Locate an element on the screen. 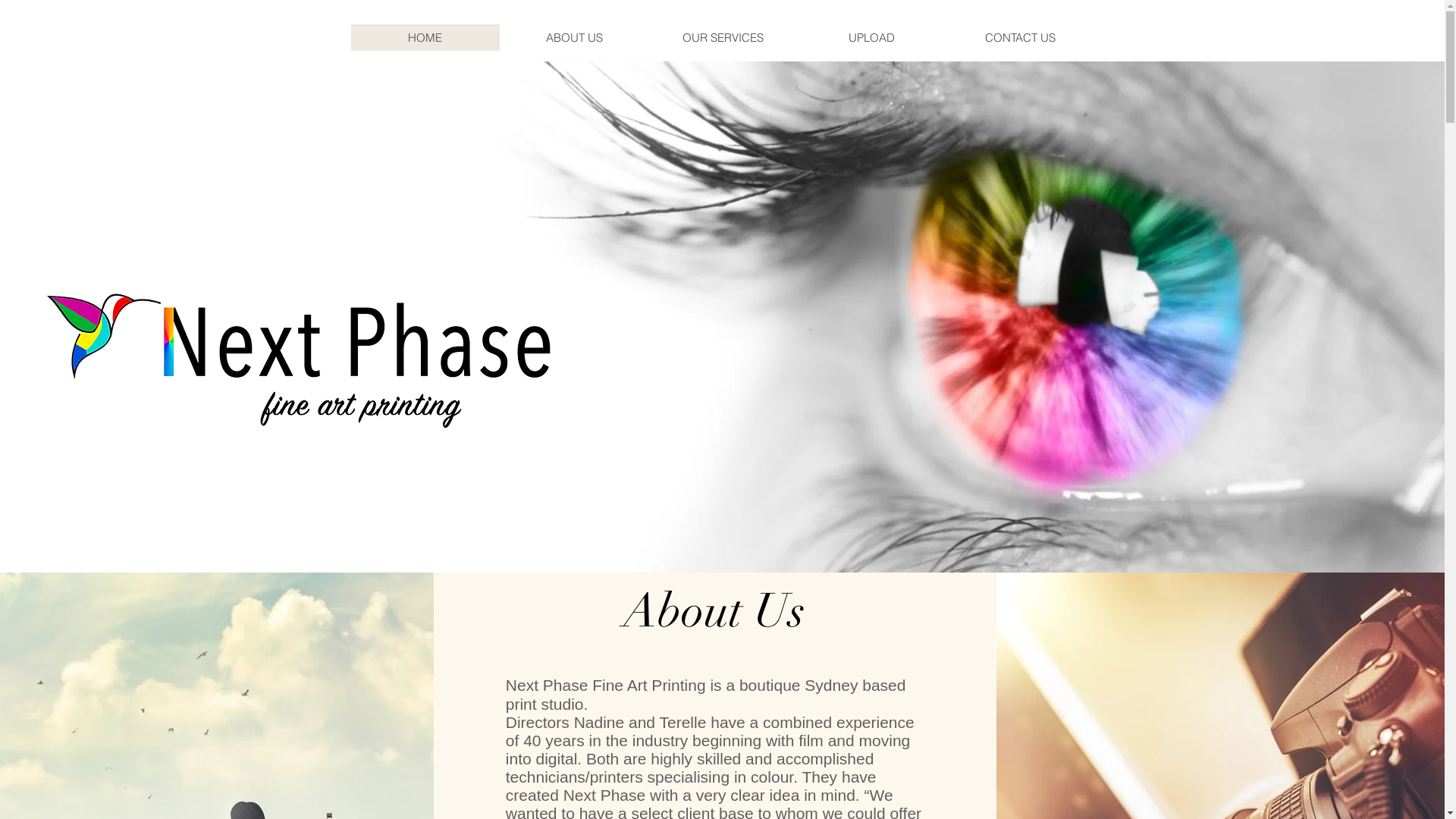 This screenshot has height=819, width=1456. 'HOME' is located at coordinates (425, 36).